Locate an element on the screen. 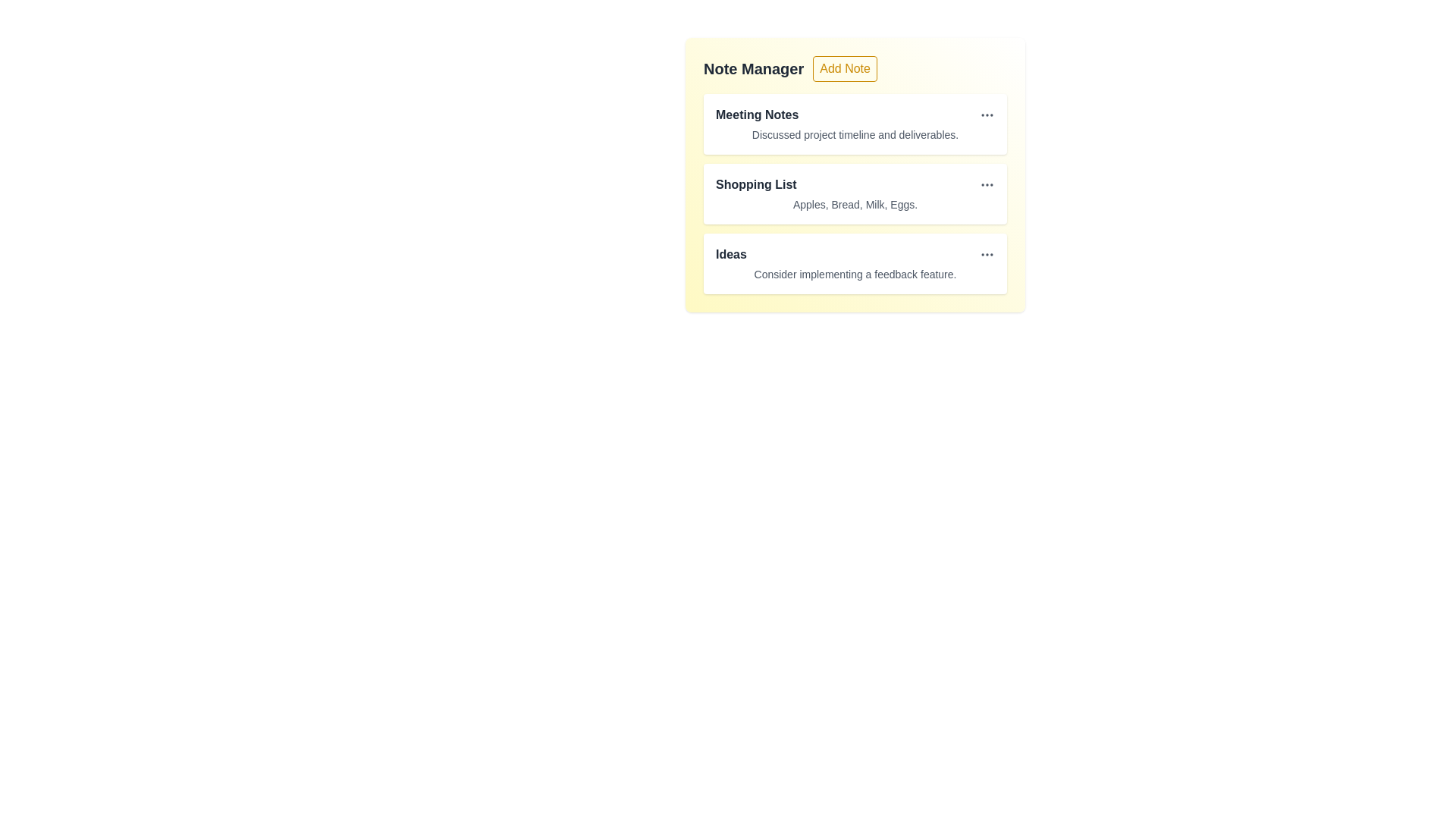 Image resolution: width=1456 pixels, height=819 pixels. 'Add Note' button to initiate the note addition action is located at coordinates (843, 69).